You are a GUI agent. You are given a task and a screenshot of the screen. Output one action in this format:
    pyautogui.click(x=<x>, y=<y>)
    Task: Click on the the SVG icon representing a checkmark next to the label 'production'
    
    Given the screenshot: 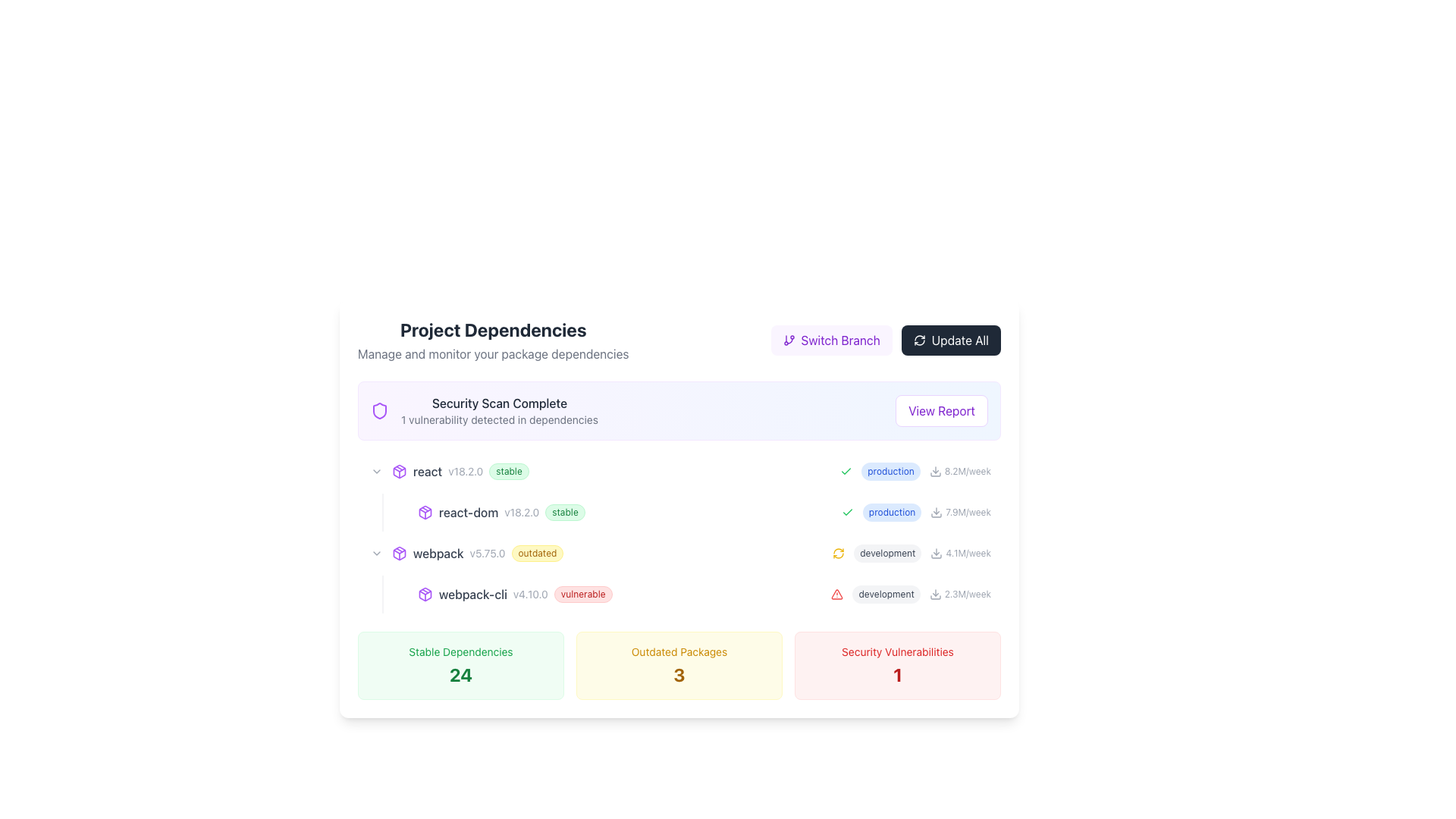 What is the action you would take?
    pyautogui.click(x=846, y=470)
    